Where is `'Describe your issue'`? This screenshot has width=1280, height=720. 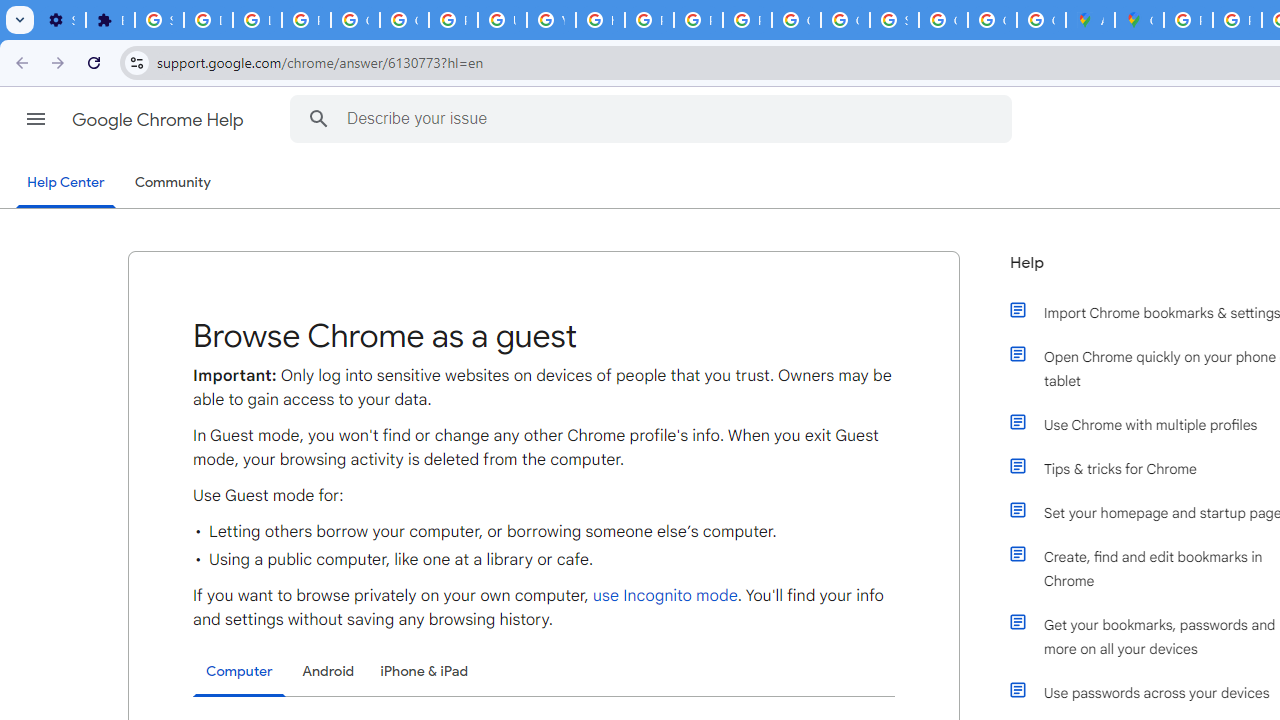 'Describe your issue' is located at coordinates (654, 118).